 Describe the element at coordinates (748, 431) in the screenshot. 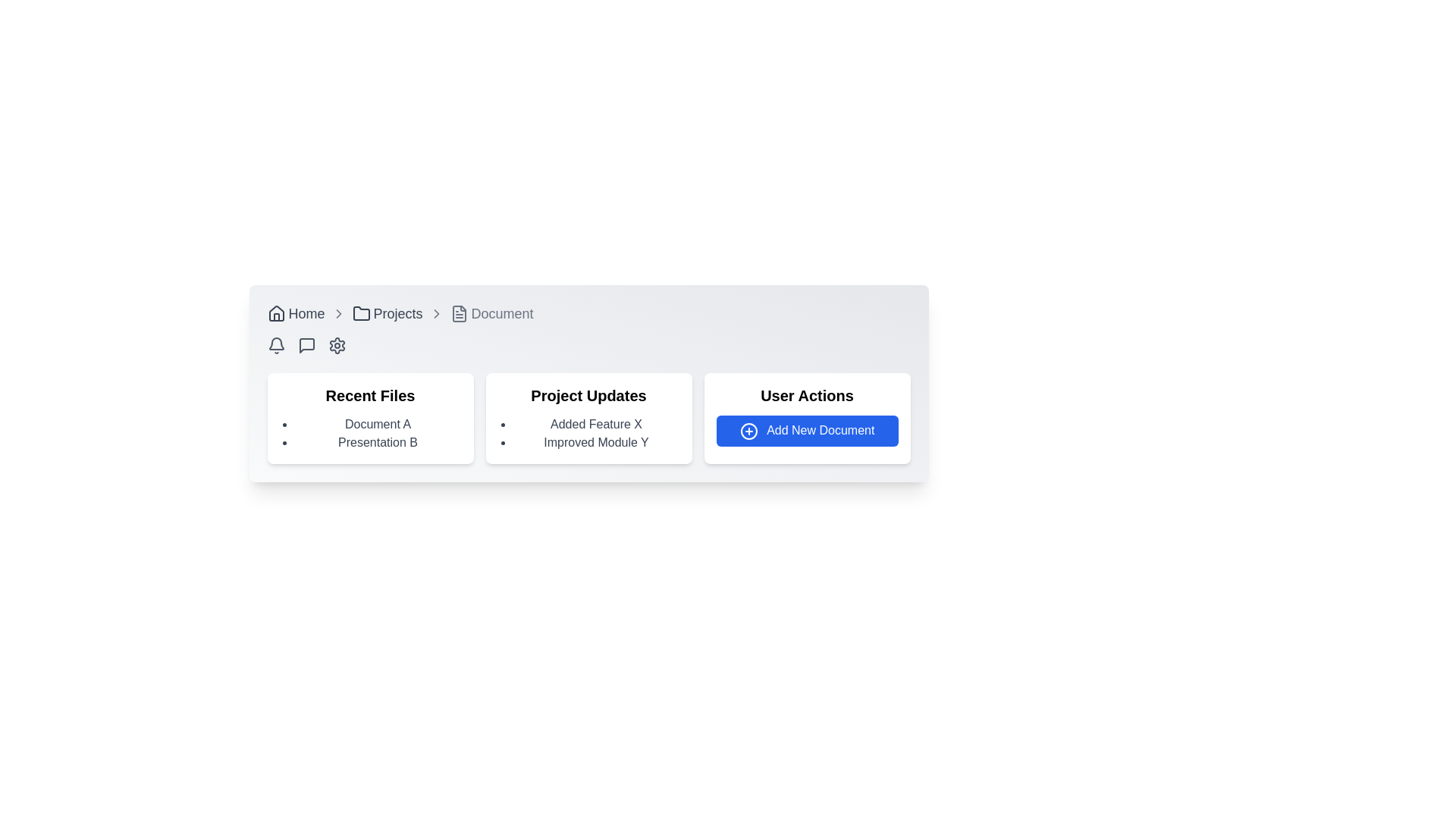

I see `the circular icon depicting a plus (+) symbol, which is styled with a blue stroke and positioned to the left of the 'Add New Document' text` at that location.